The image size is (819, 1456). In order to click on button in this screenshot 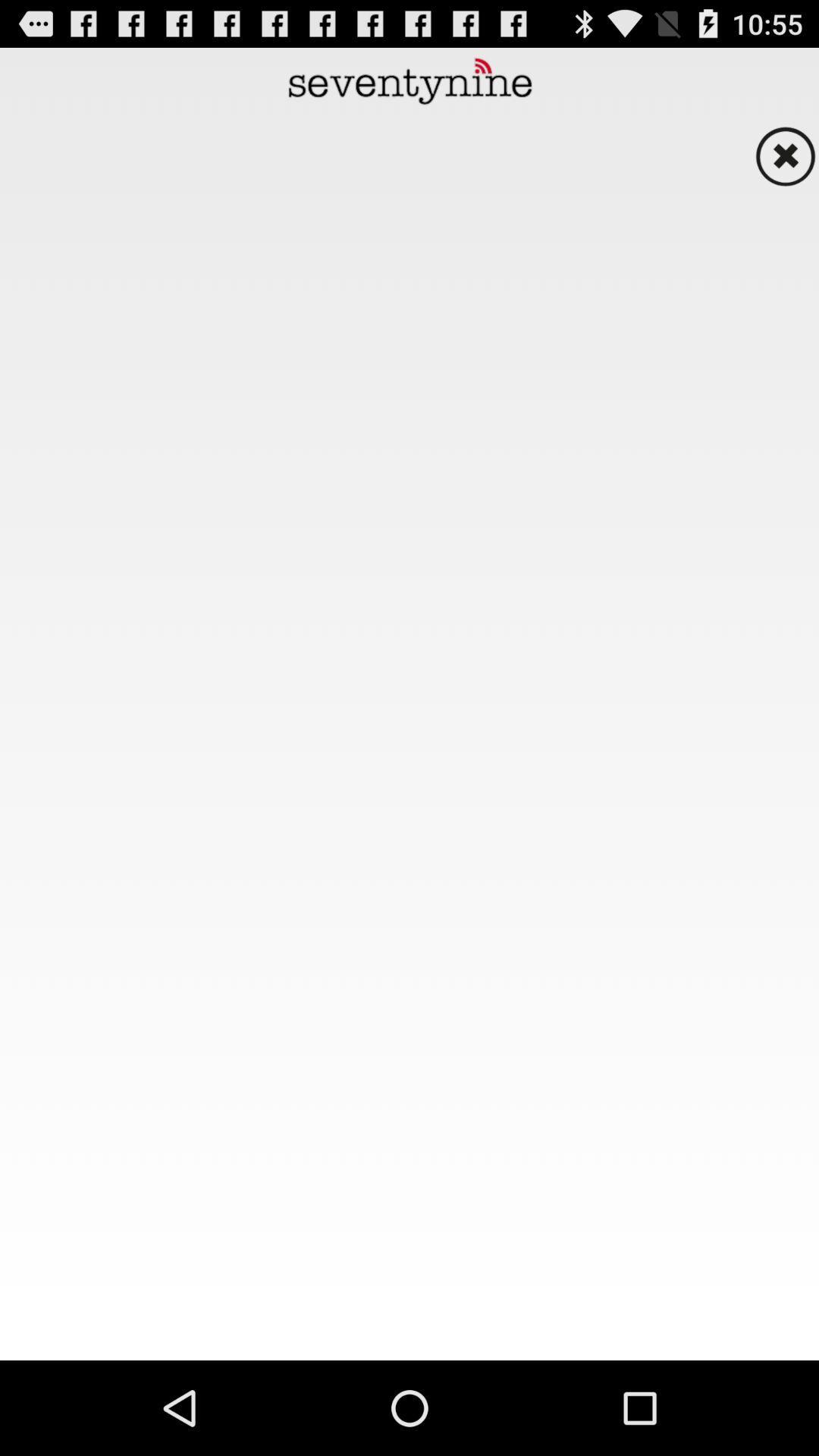, I will do `click(785, 156)`.